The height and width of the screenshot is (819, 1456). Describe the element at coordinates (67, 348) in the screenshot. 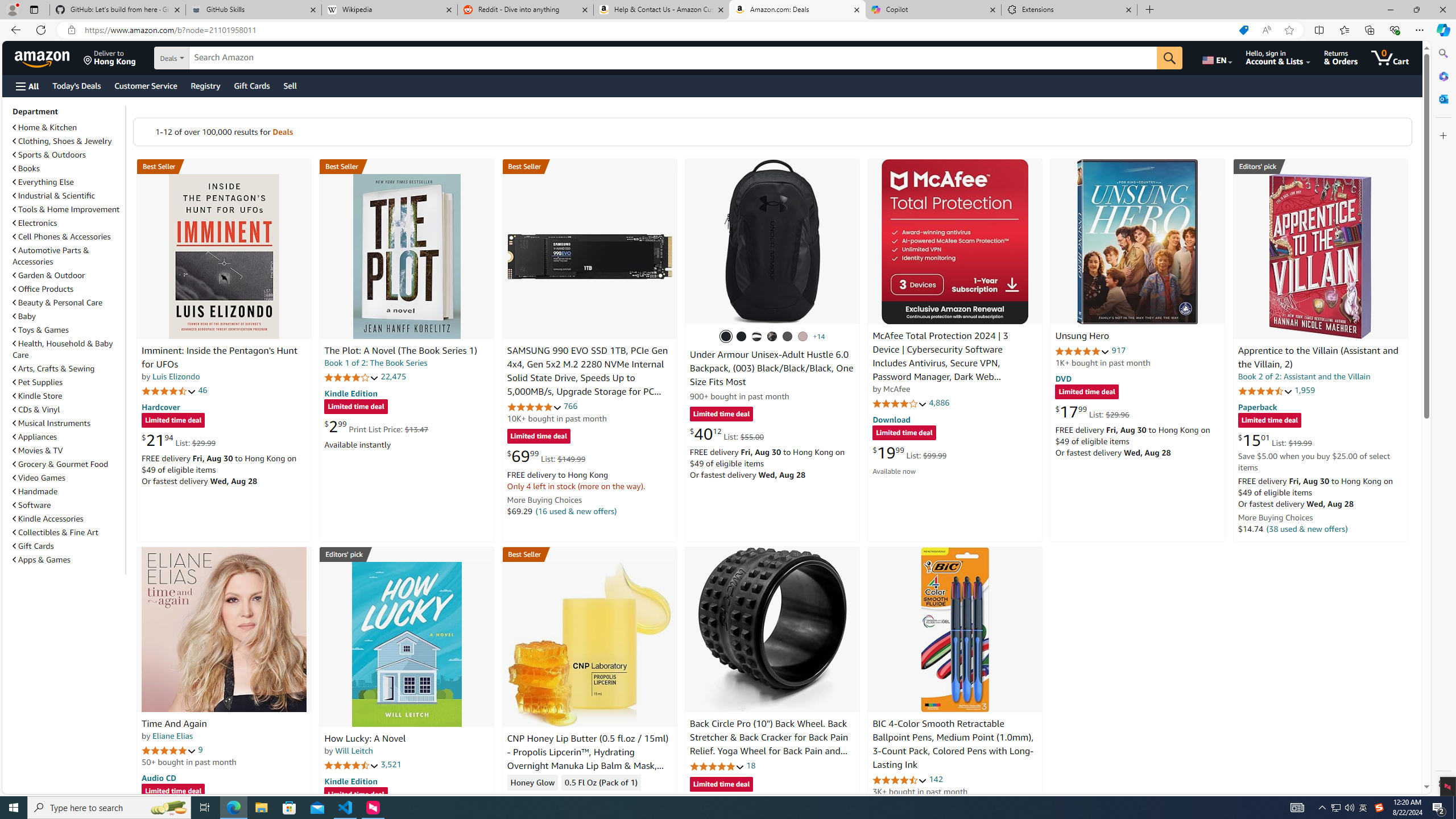

I see `'Health, Household & Baby Care'` at that location.